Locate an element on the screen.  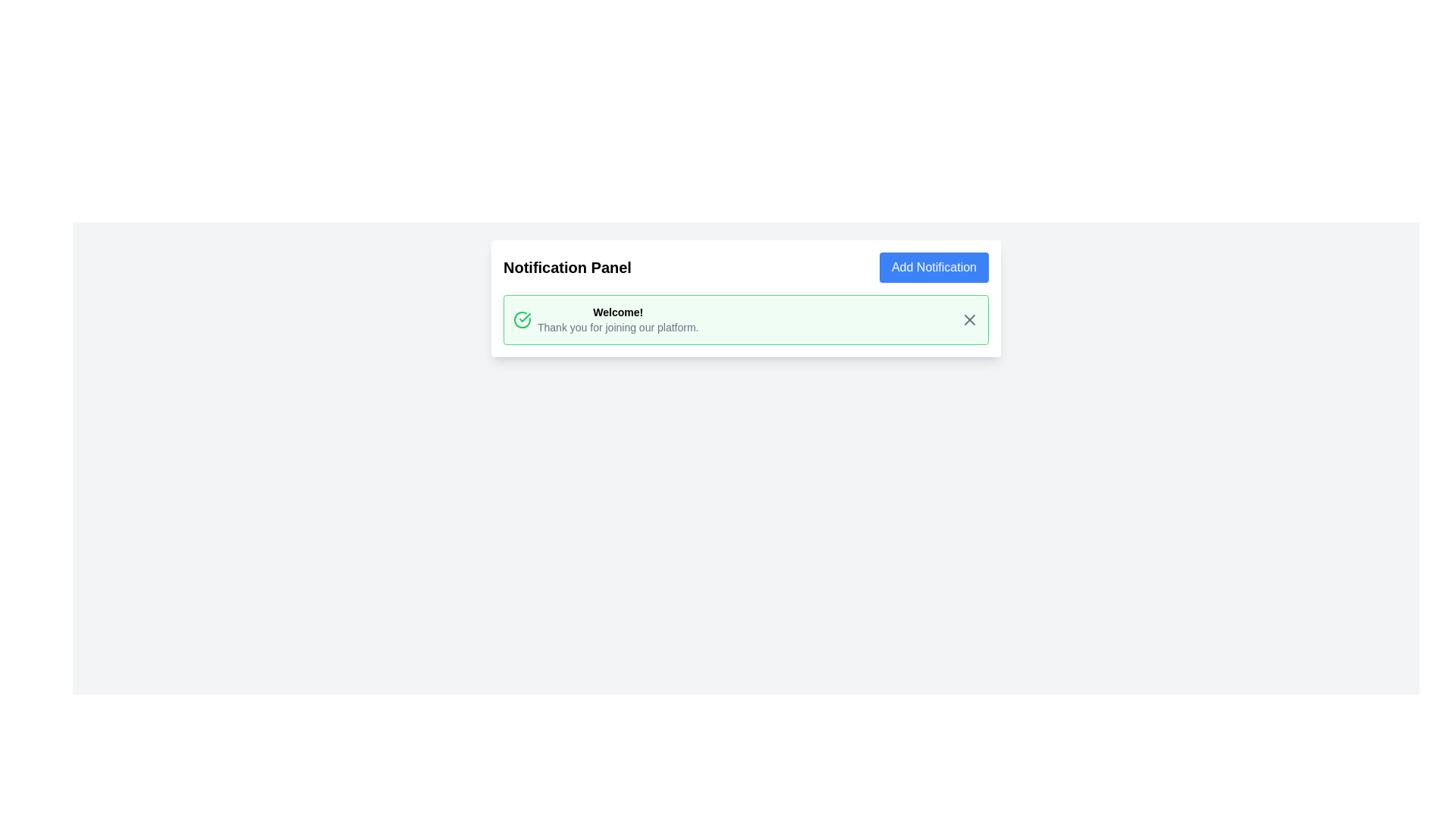
the centrally aligned title or welcome message text within the notification box to possibly see additional styles is located at coordinates (618, 312).